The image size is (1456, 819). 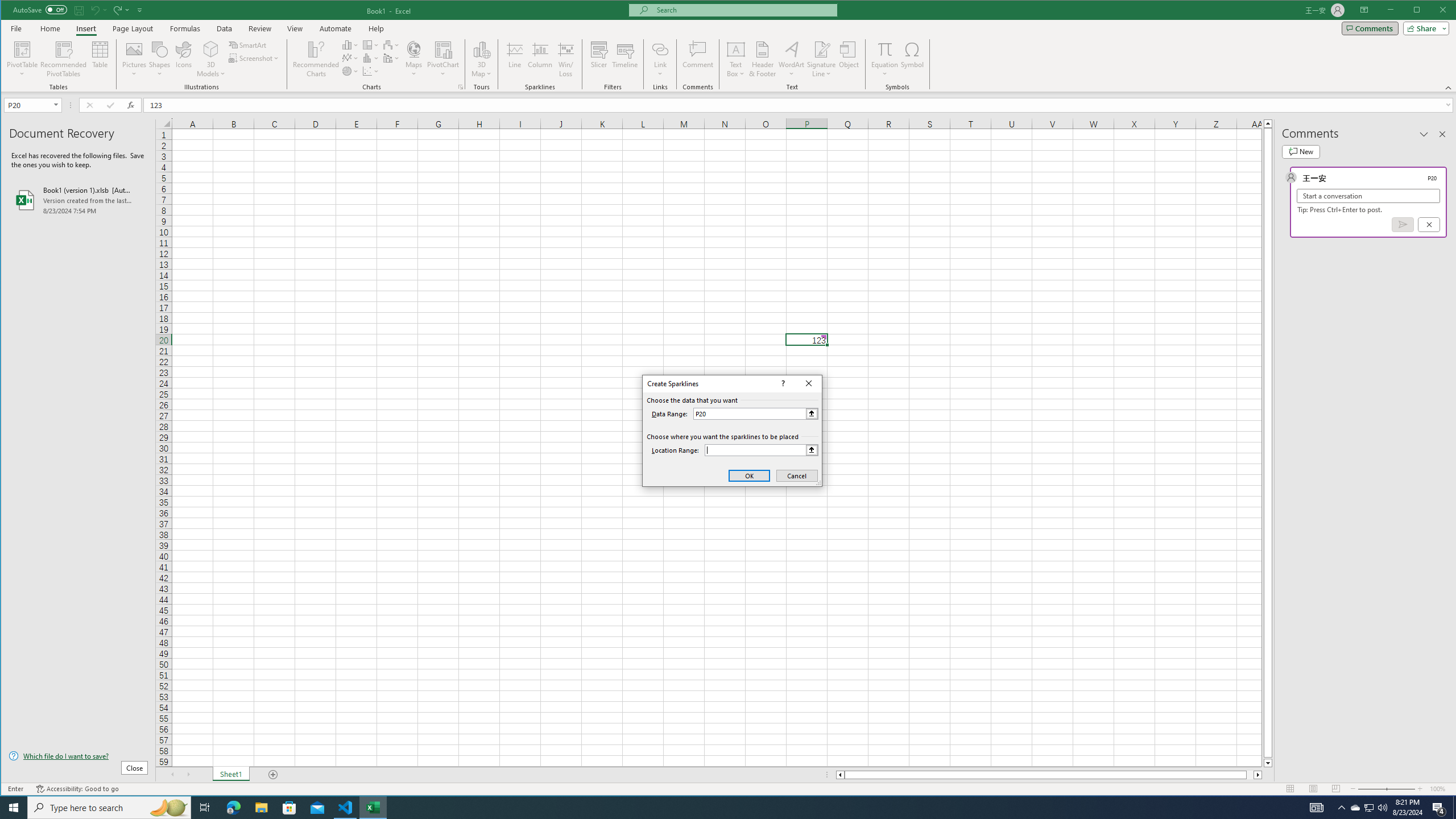 I want to click on 'Insert Pie or Doughnut Chart', so click(x=350, y=71).